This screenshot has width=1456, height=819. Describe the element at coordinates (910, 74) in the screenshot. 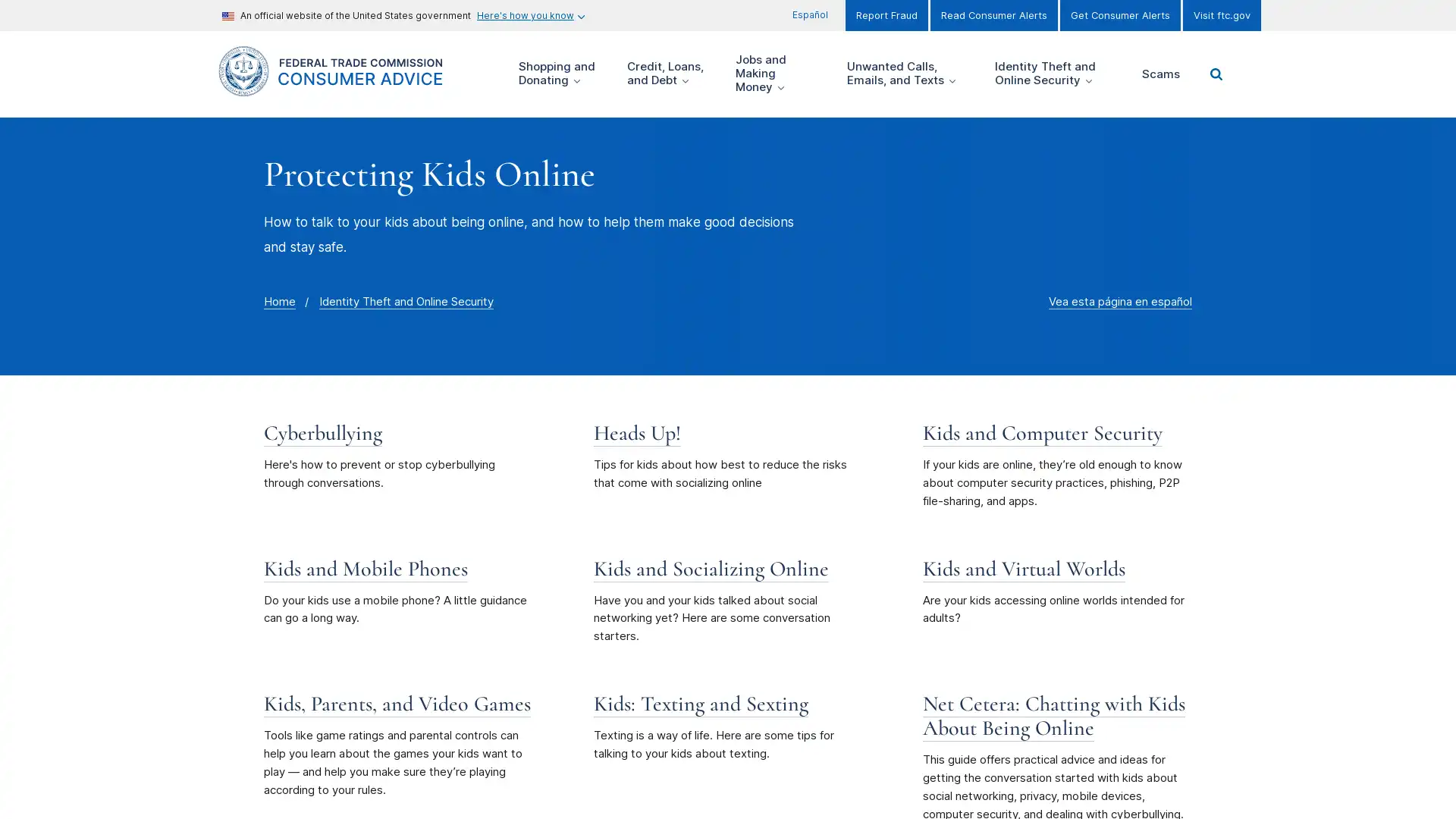

I see `Show/hide Unwanted Calls, Emails, and Texts menu items` at that location.